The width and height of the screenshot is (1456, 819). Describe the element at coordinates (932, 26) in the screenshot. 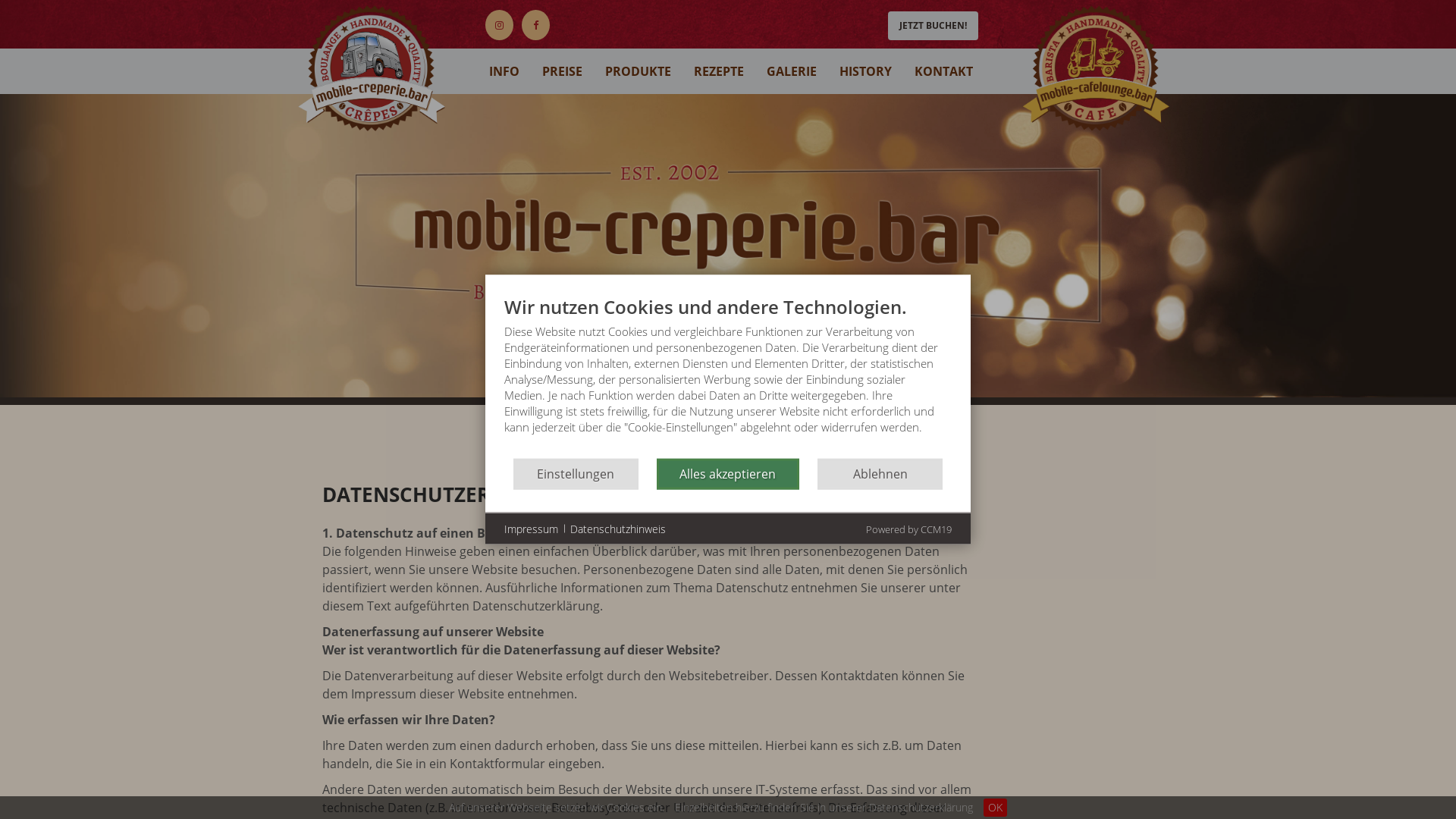

I see `'JETZT BUCHEN!'` at that location.